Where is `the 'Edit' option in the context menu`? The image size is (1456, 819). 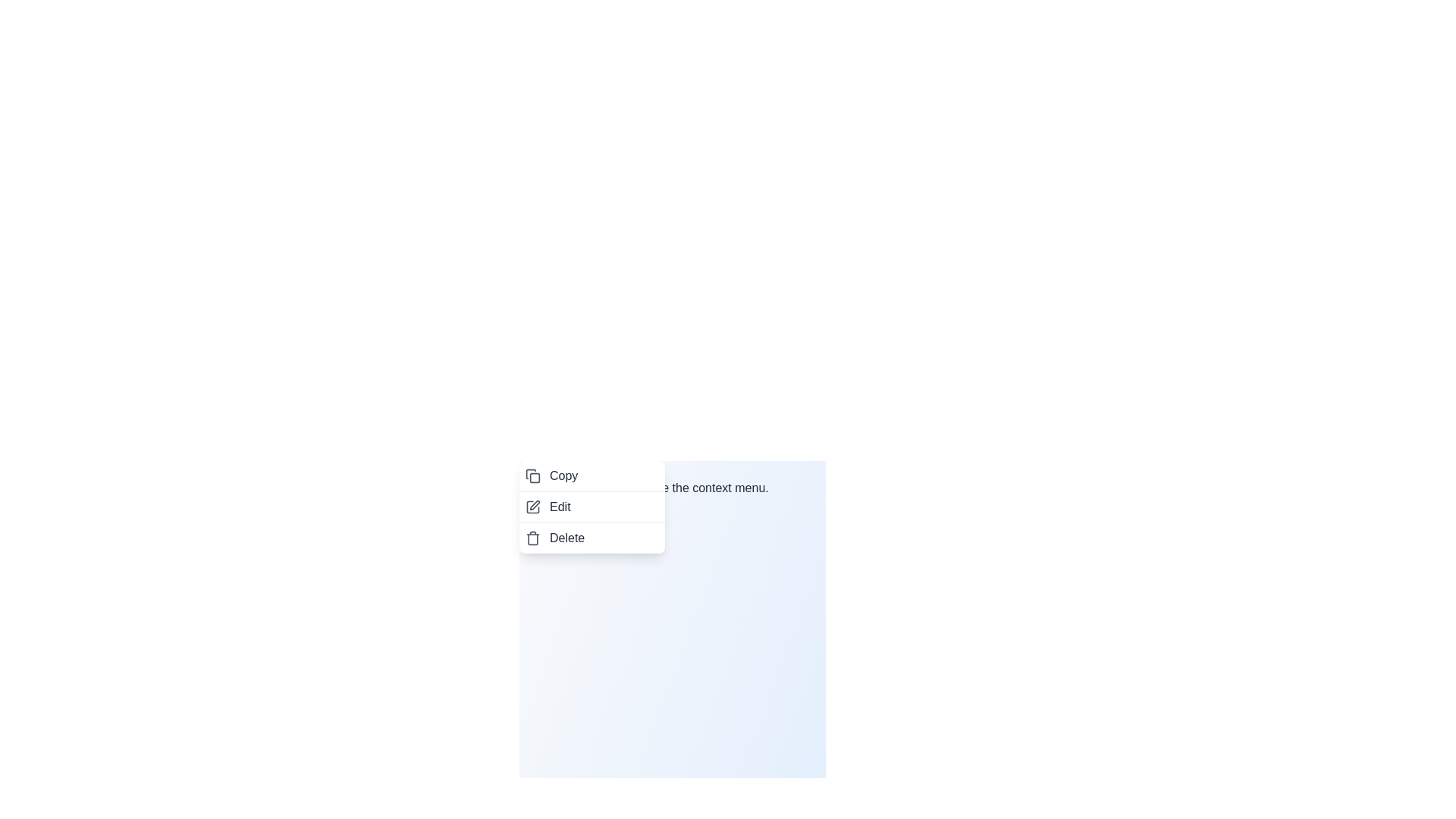 the 'Edit' option in the context menu is located at coordinates (591, 506).